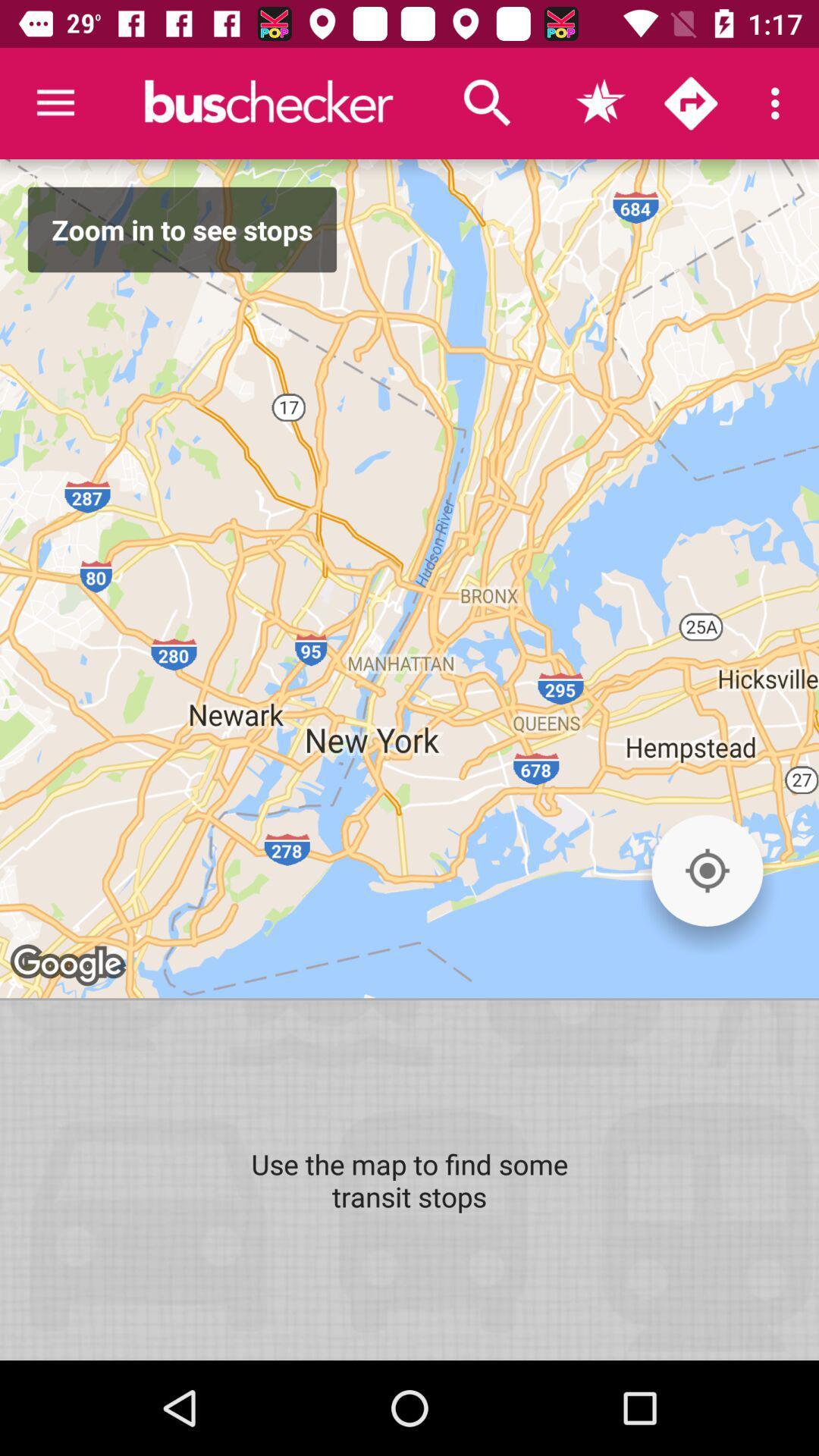 The height and width of the screenshot is (1456, 819). Describe the element at coordinates (690, 103) in the screenshot. I see `the icon right side to the star icon` at that location.